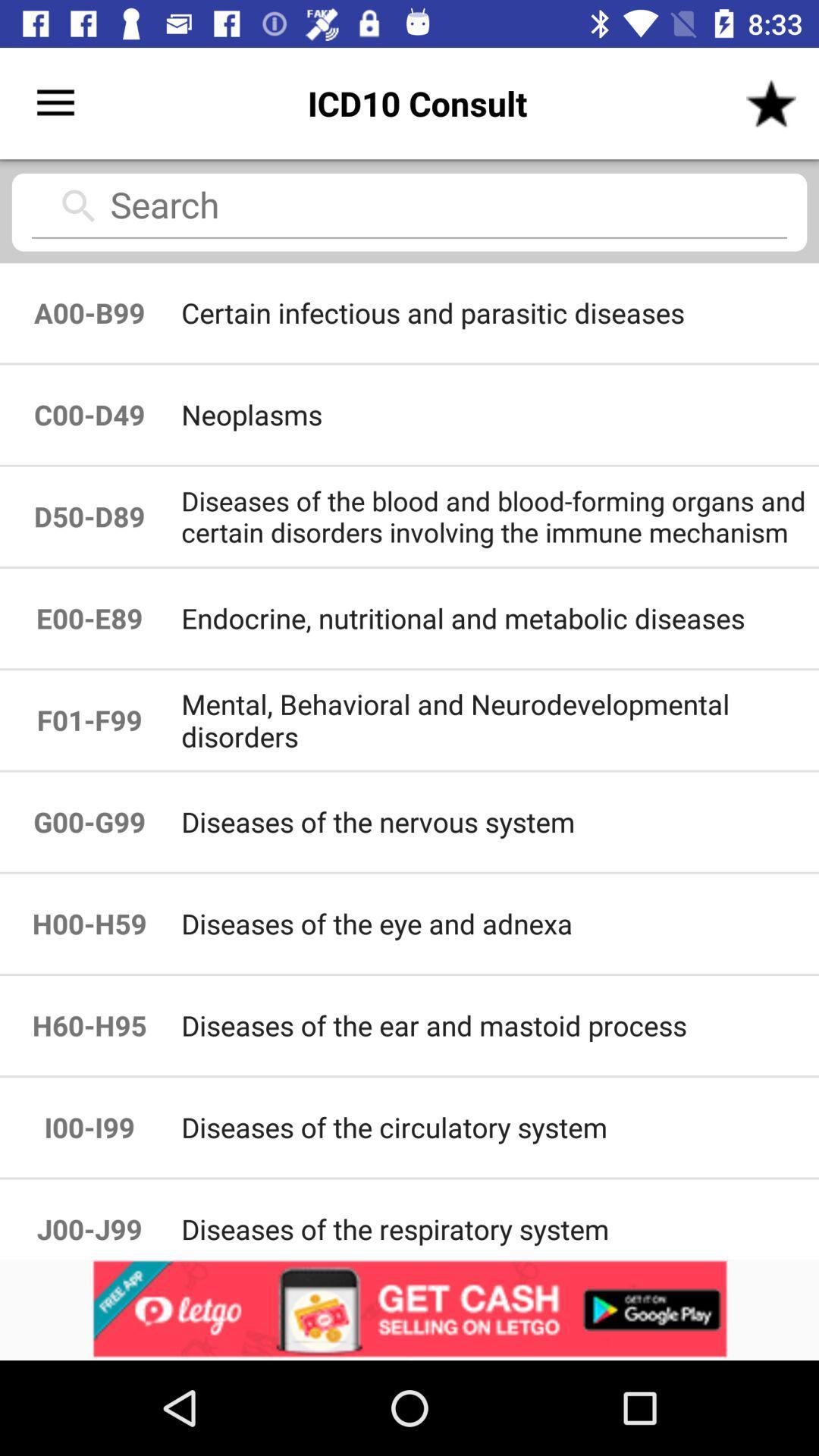 This screenshot has height=1456, width=819. What do you see at coordinates (89, 312) in the screenshot?
I see `item above the c00-d49` at bounding box center [89, 312].